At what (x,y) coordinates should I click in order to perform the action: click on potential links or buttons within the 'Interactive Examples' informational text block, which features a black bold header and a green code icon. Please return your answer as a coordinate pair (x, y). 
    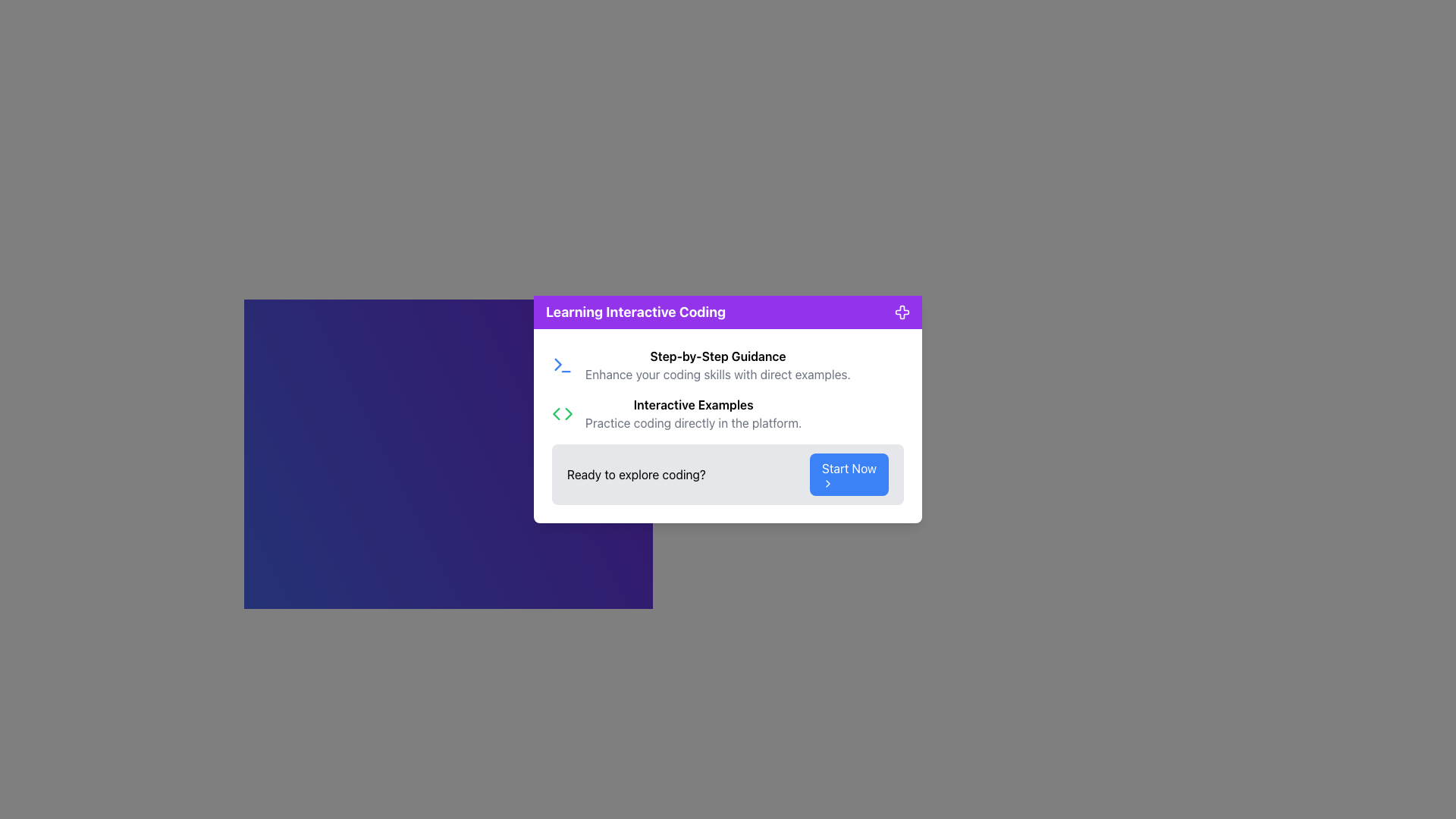
    Looking at the image, I should click on (728, 414).